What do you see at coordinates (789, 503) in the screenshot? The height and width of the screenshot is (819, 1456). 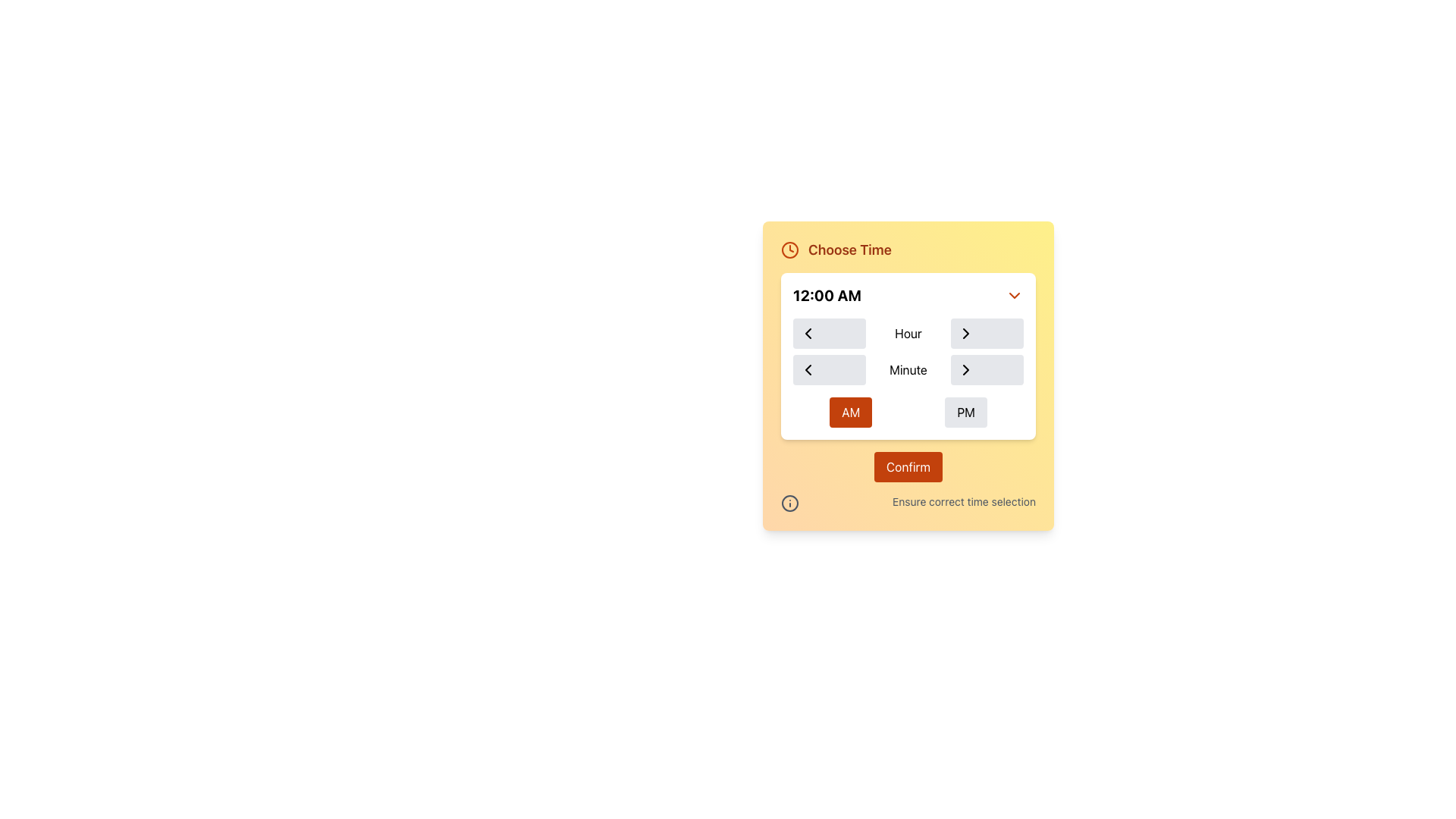 I see `the outermost circular component of the information icon located near the top left corner of the Choose Time dialog, adjacent to the 'Choose Time' label` at bounding box center [789, 503].